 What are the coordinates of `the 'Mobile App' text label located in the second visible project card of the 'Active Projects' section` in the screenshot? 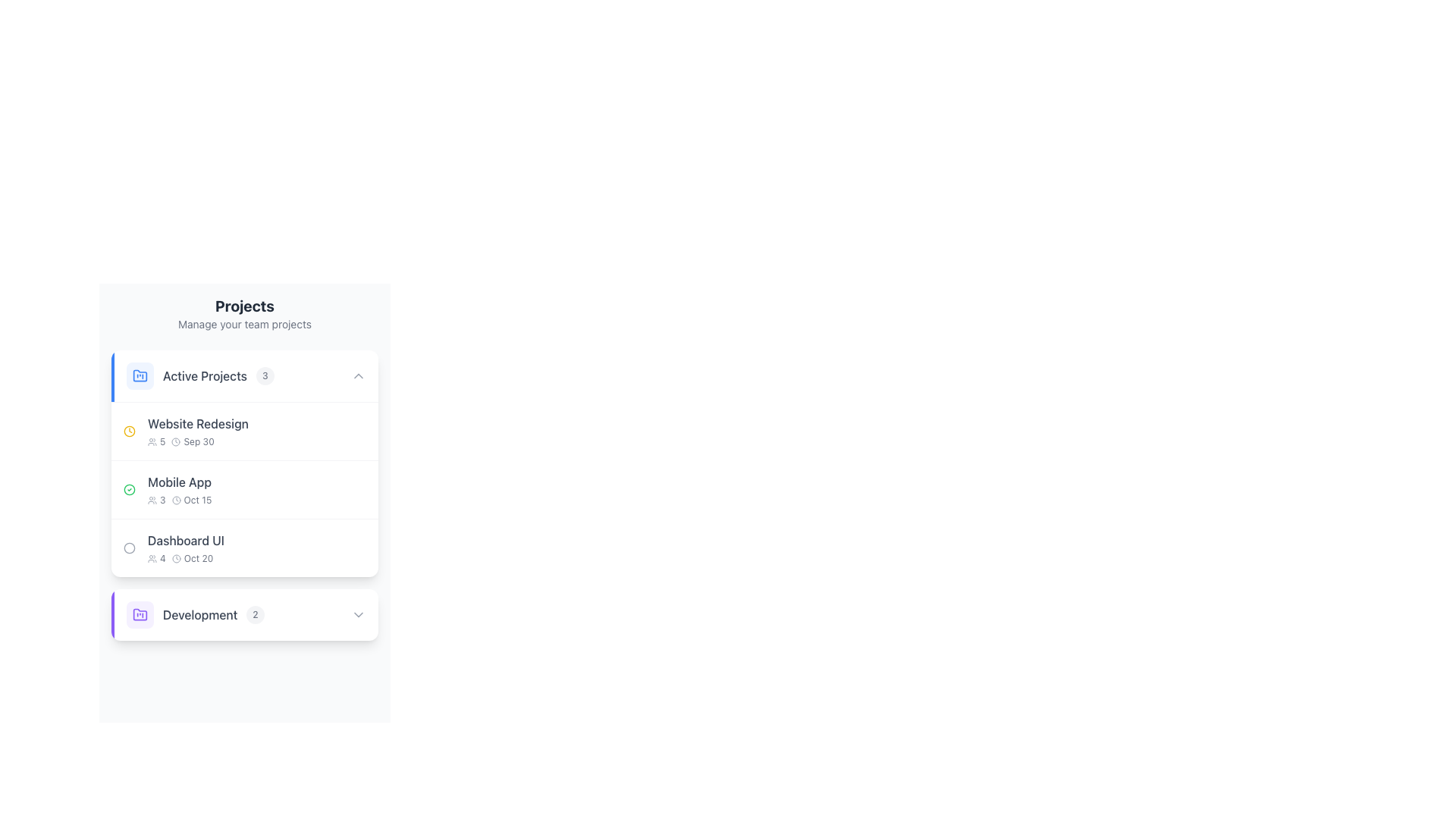 It's located at (180, 482).